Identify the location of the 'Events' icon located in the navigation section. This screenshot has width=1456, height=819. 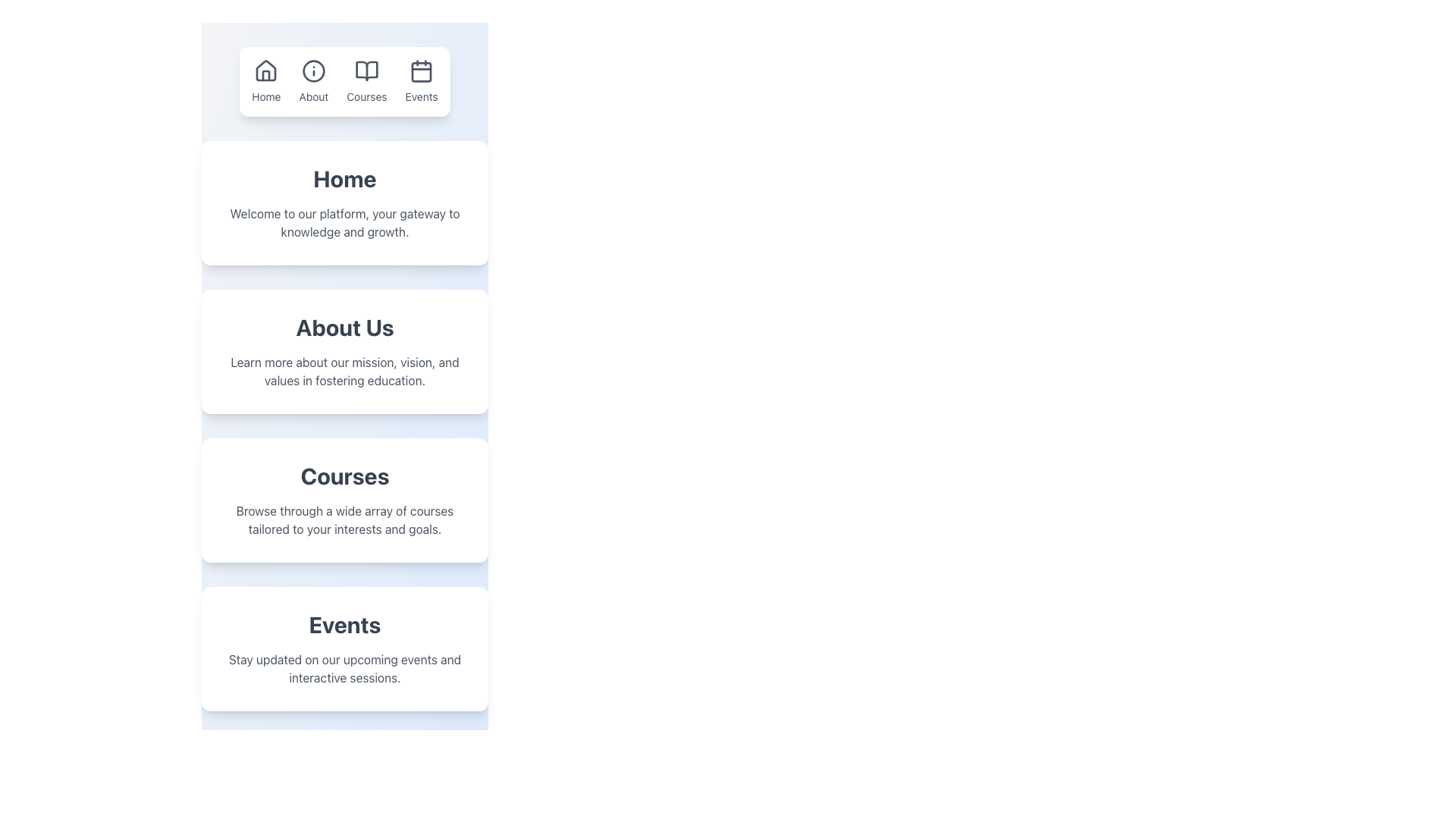
(422, 71).